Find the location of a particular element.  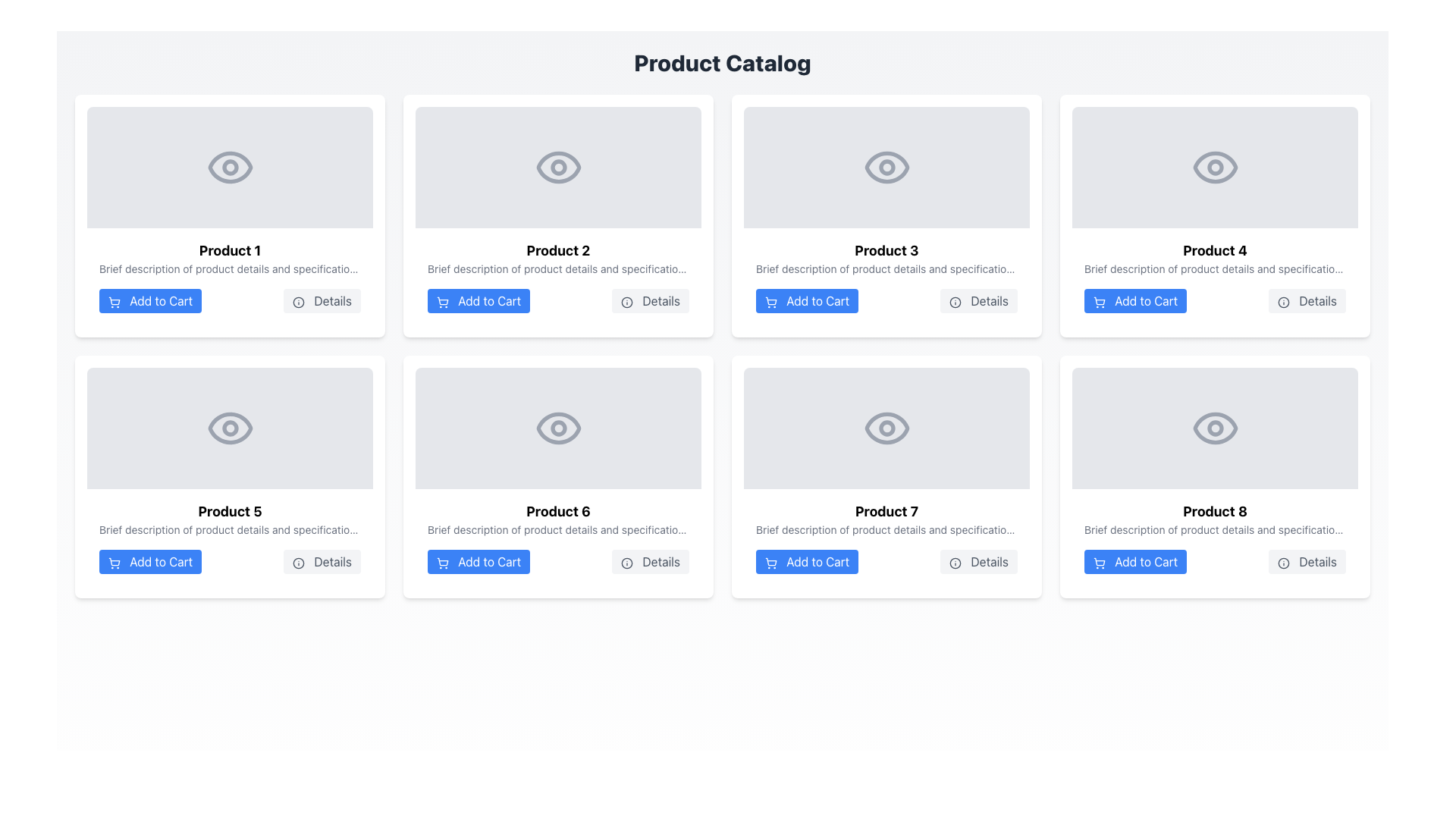

the eye icon located at the center of the 'Product 2' card is located at coordinates (557, 167).